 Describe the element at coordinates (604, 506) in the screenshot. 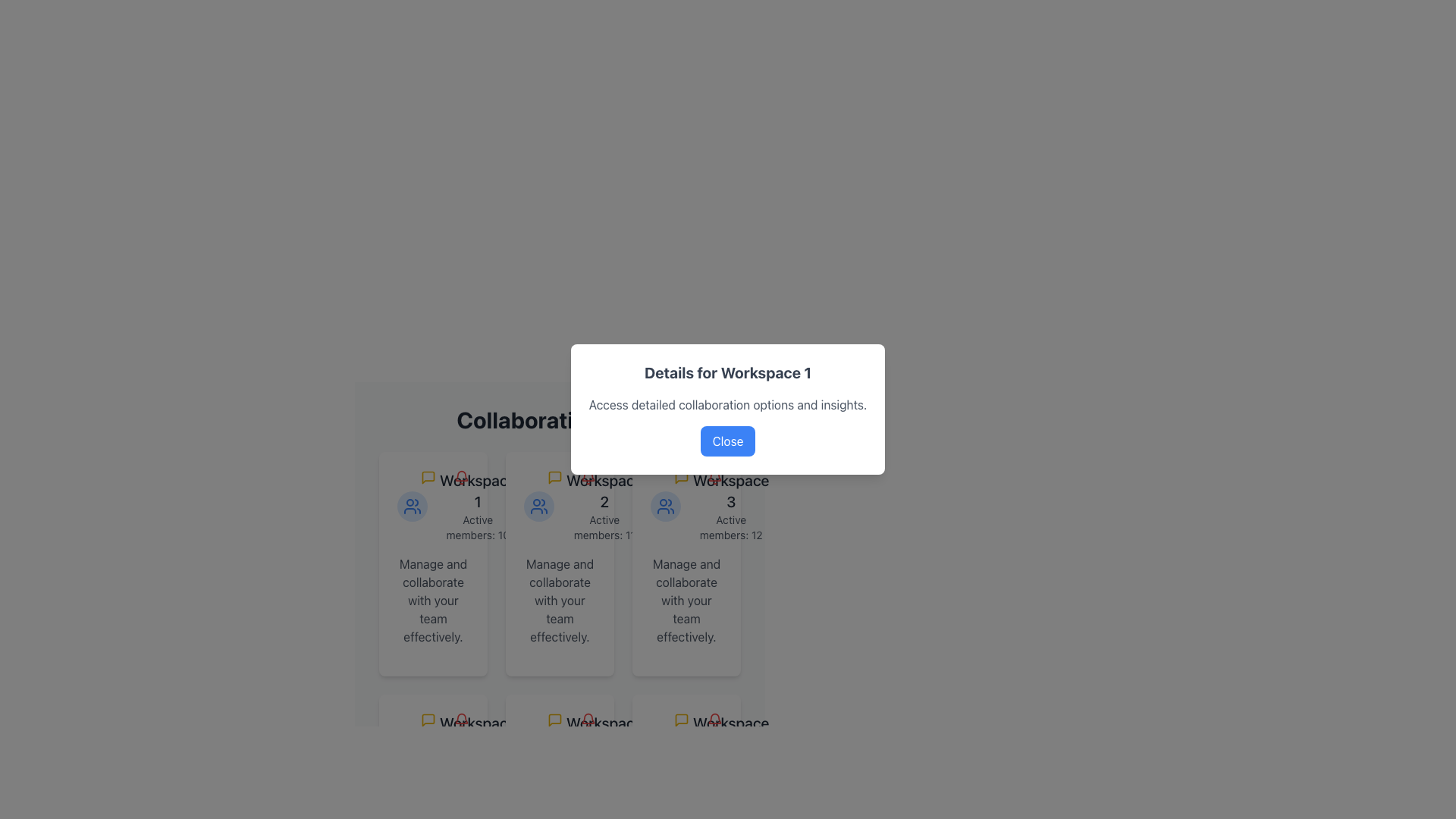

I see `information displayed in the Text element showing 'Workspace 2' and 'Active members: 11', which is positioned in the center column below the workspace icon` at that location.